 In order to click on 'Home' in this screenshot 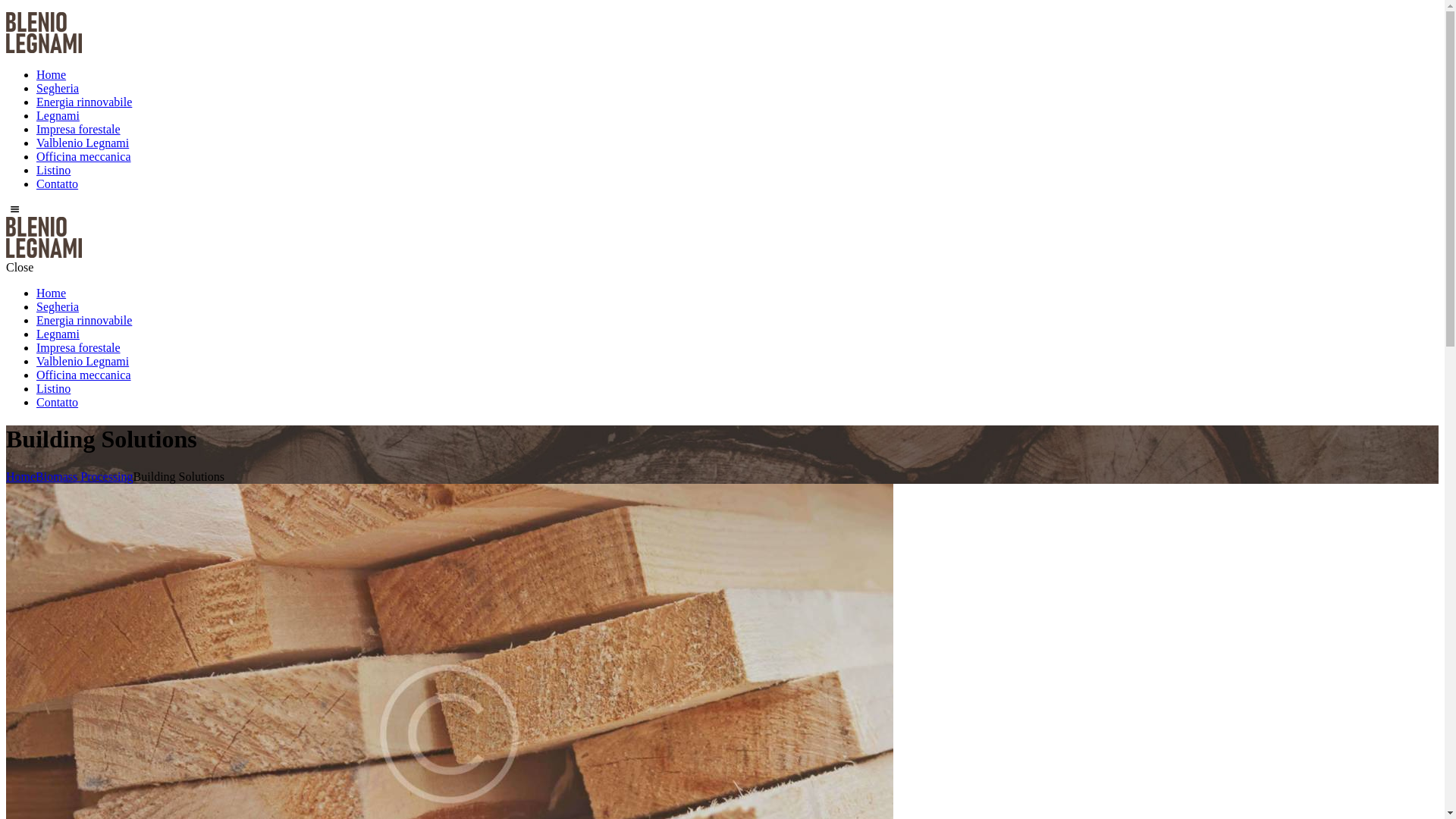, I will do `click(20, 475)`.